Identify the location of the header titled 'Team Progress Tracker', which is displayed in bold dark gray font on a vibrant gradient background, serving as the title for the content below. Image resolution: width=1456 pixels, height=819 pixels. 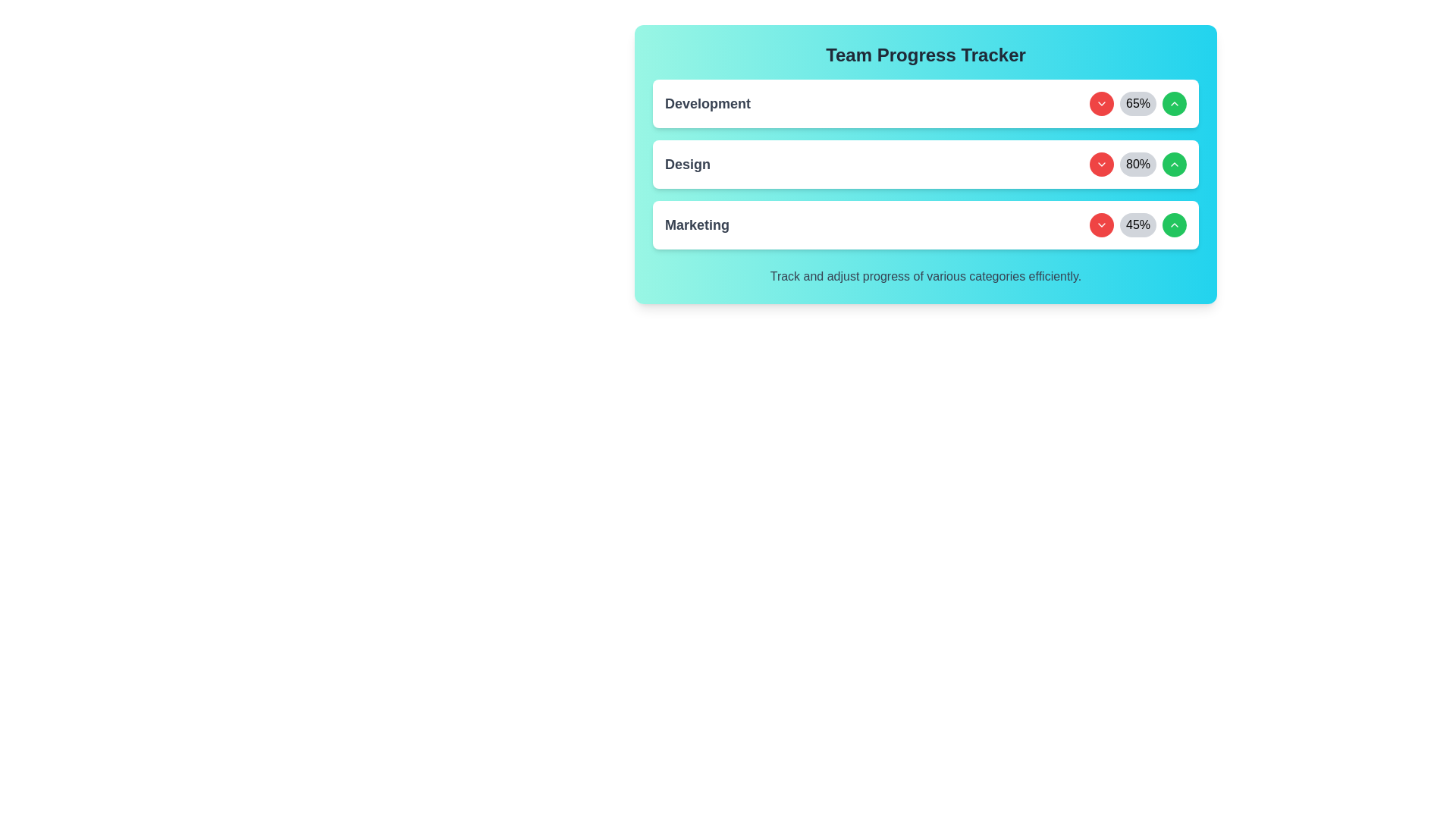
(924, 55).